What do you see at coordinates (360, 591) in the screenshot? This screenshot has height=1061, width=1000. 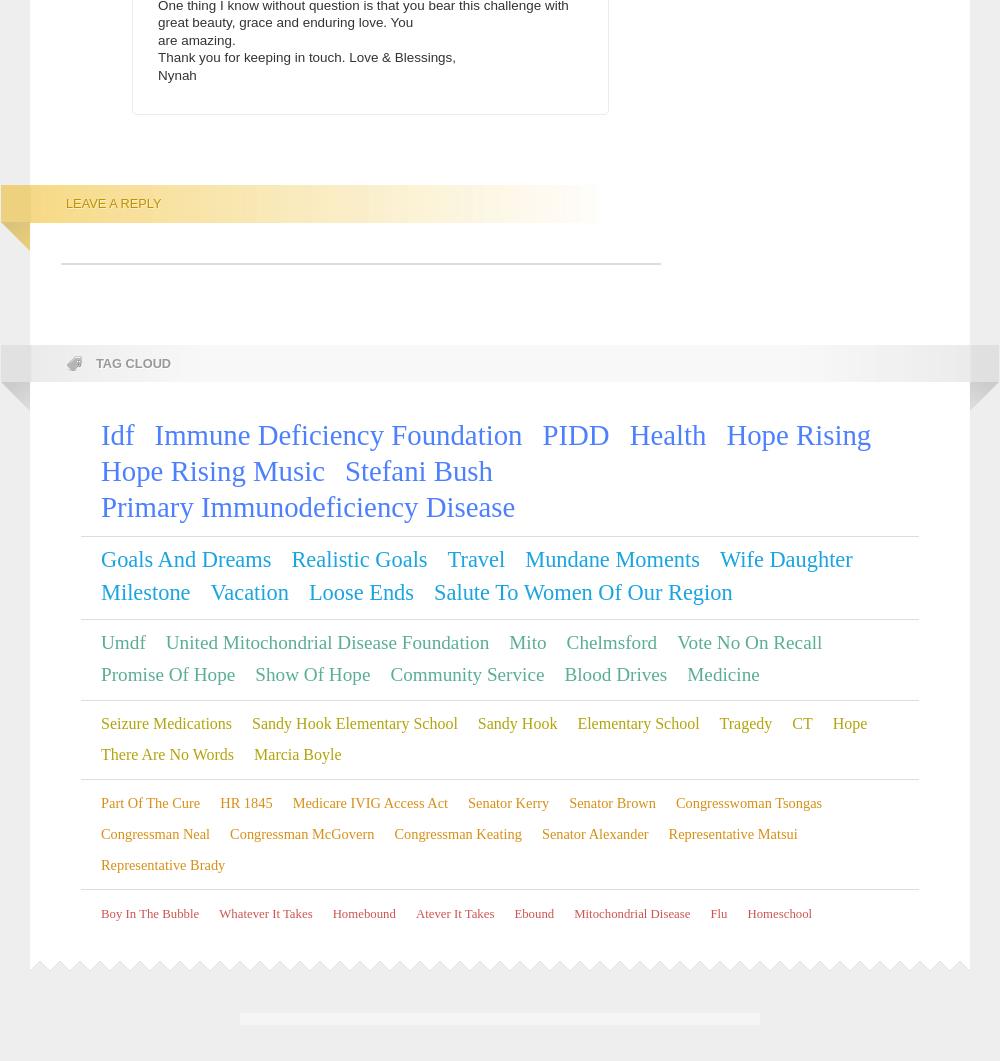 I see `'loose ends'` at bounding box center [360, 591].